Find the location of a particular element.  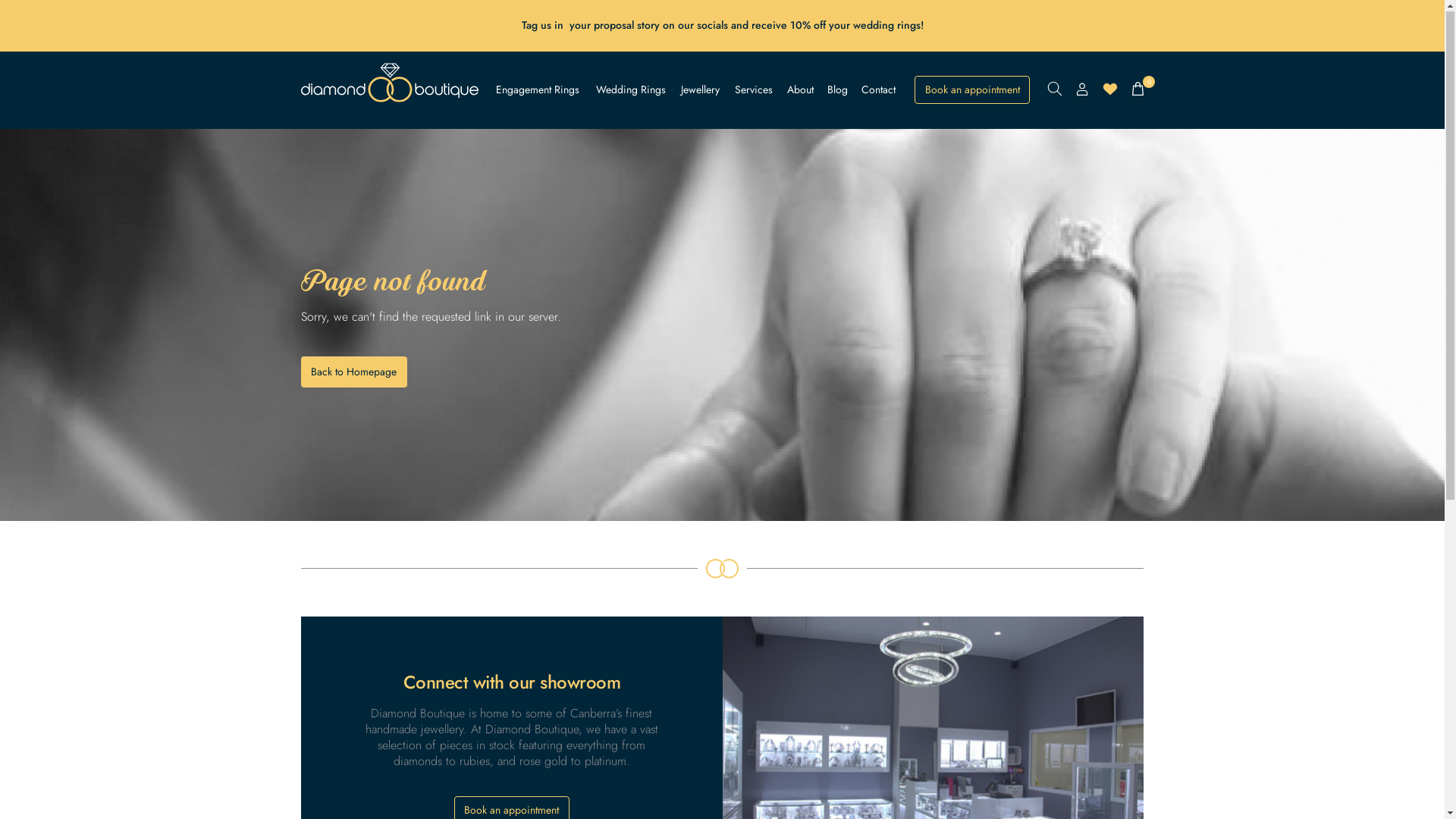

'Blog' is located at coordinates (836, 90).